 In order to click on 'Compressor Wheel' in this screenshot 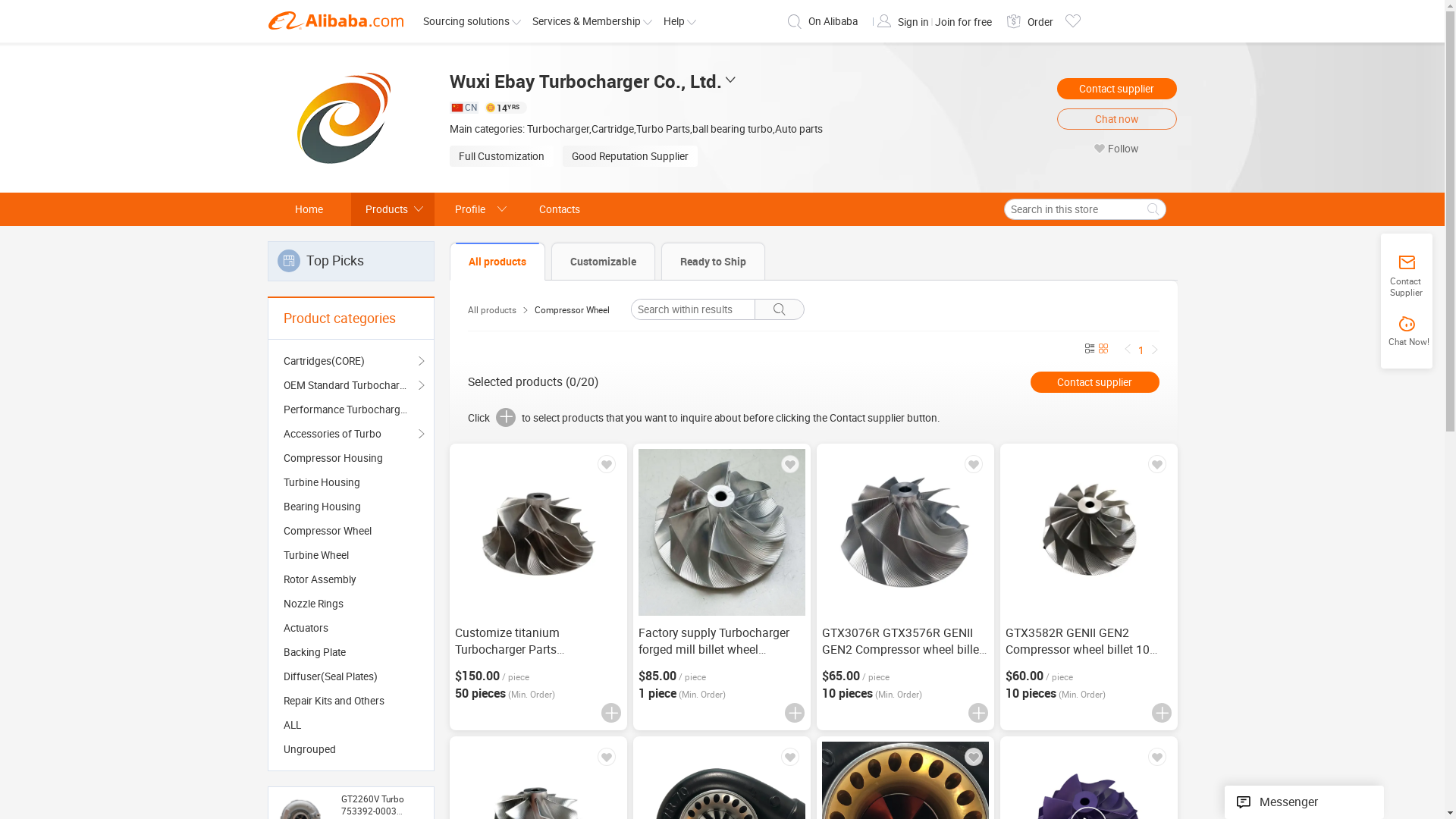, I will do `click(350, 529)`.